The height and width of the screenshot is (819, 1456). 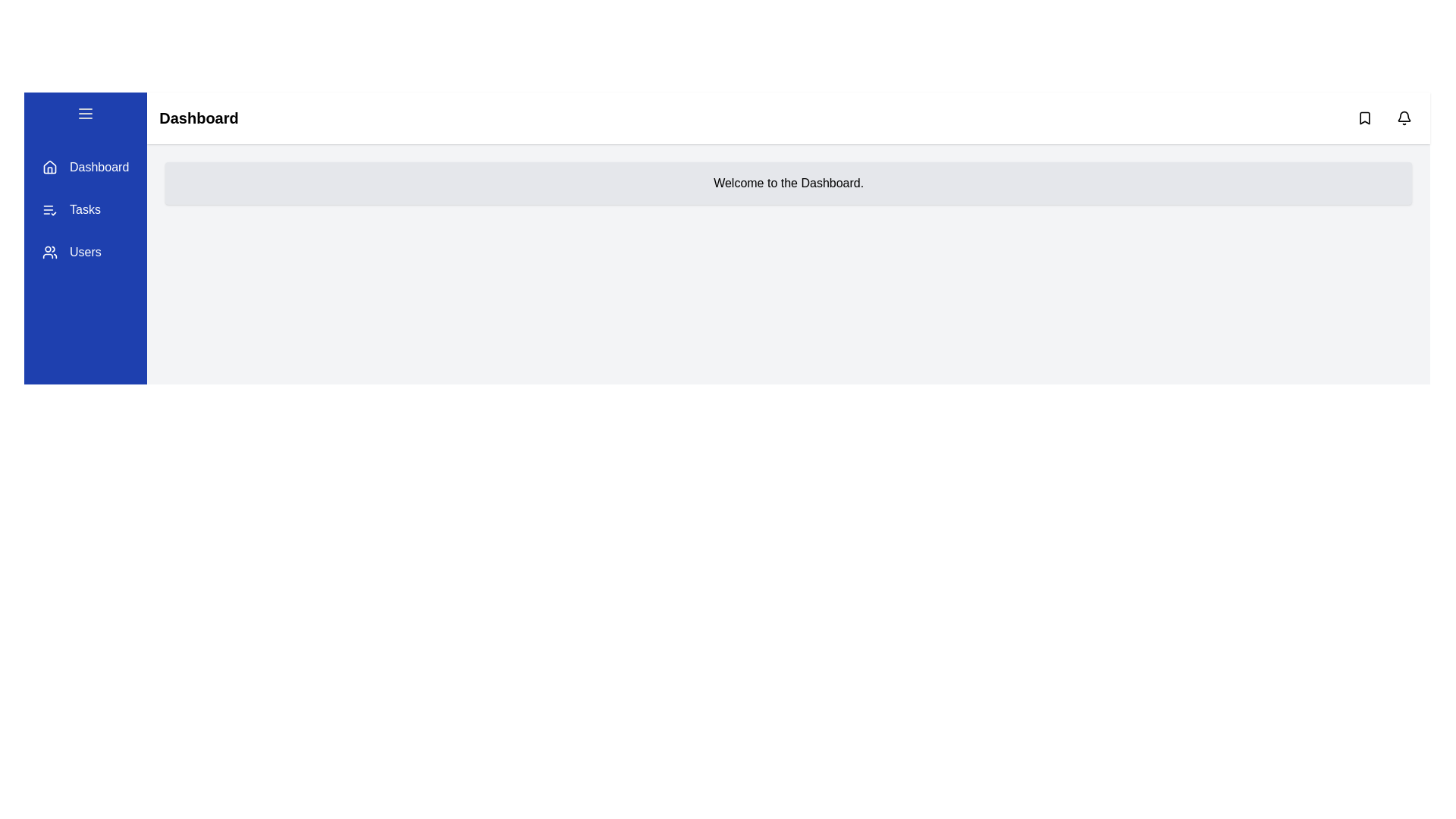 I want to click on the 'Tasks' button in the left side navigation menu, which features a checkmark icon and is positioned below the 'Dashboard' item, so click(x=71, y=210).